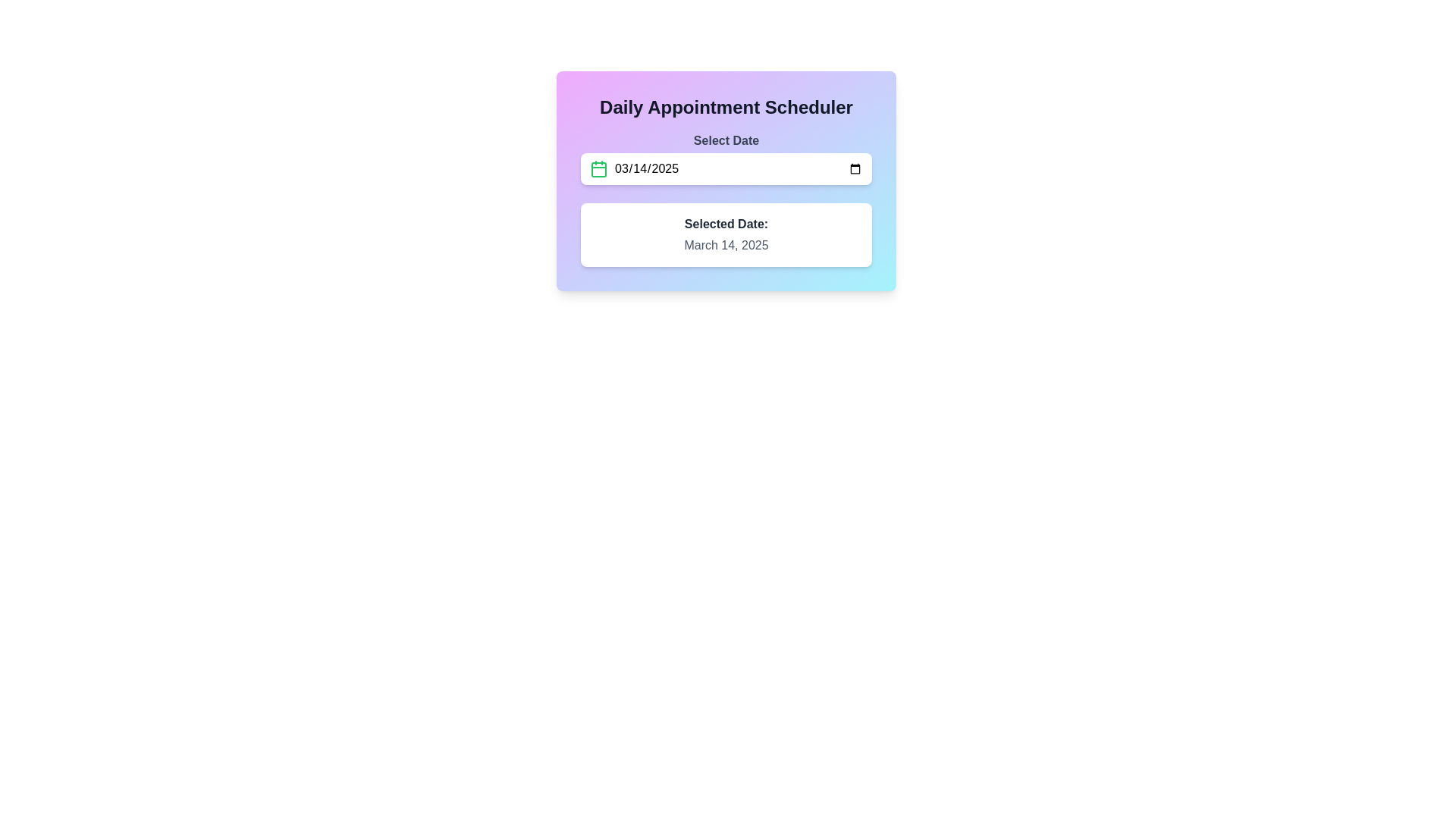 This screenshot has width=1456, height=819. Describe the element at coordinates (726, 224) in the screenshot. I see `the static text label that indicates the data pertains to the selected date, positioned above the date 'March 14, 2025' in a white card-like section` at that location.